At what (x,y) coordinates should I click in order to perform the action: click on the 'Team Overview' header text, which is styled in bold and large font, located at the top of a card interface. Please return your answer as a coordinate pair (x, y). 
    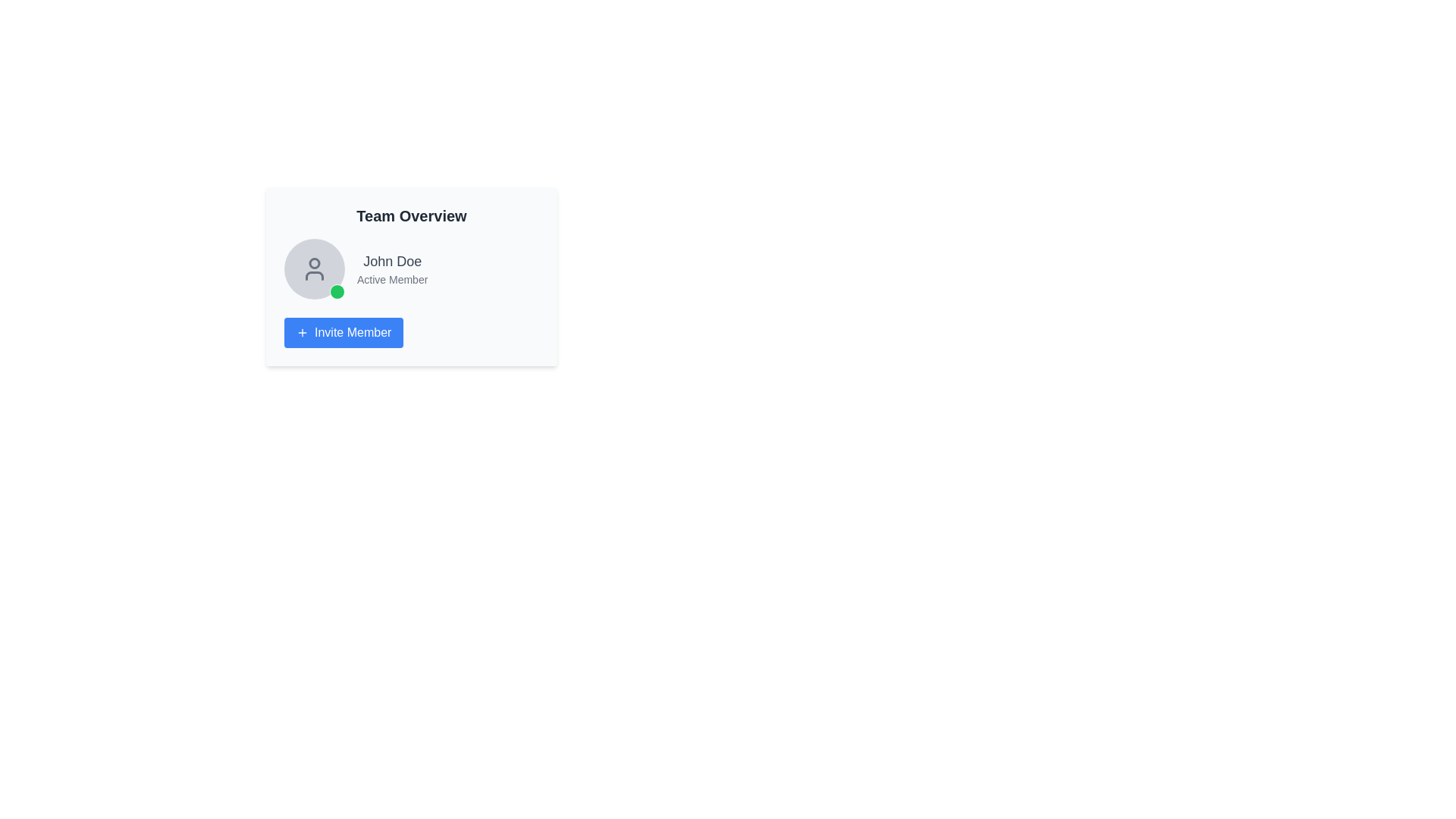
    Looking at the image, I should click on (411, 216).